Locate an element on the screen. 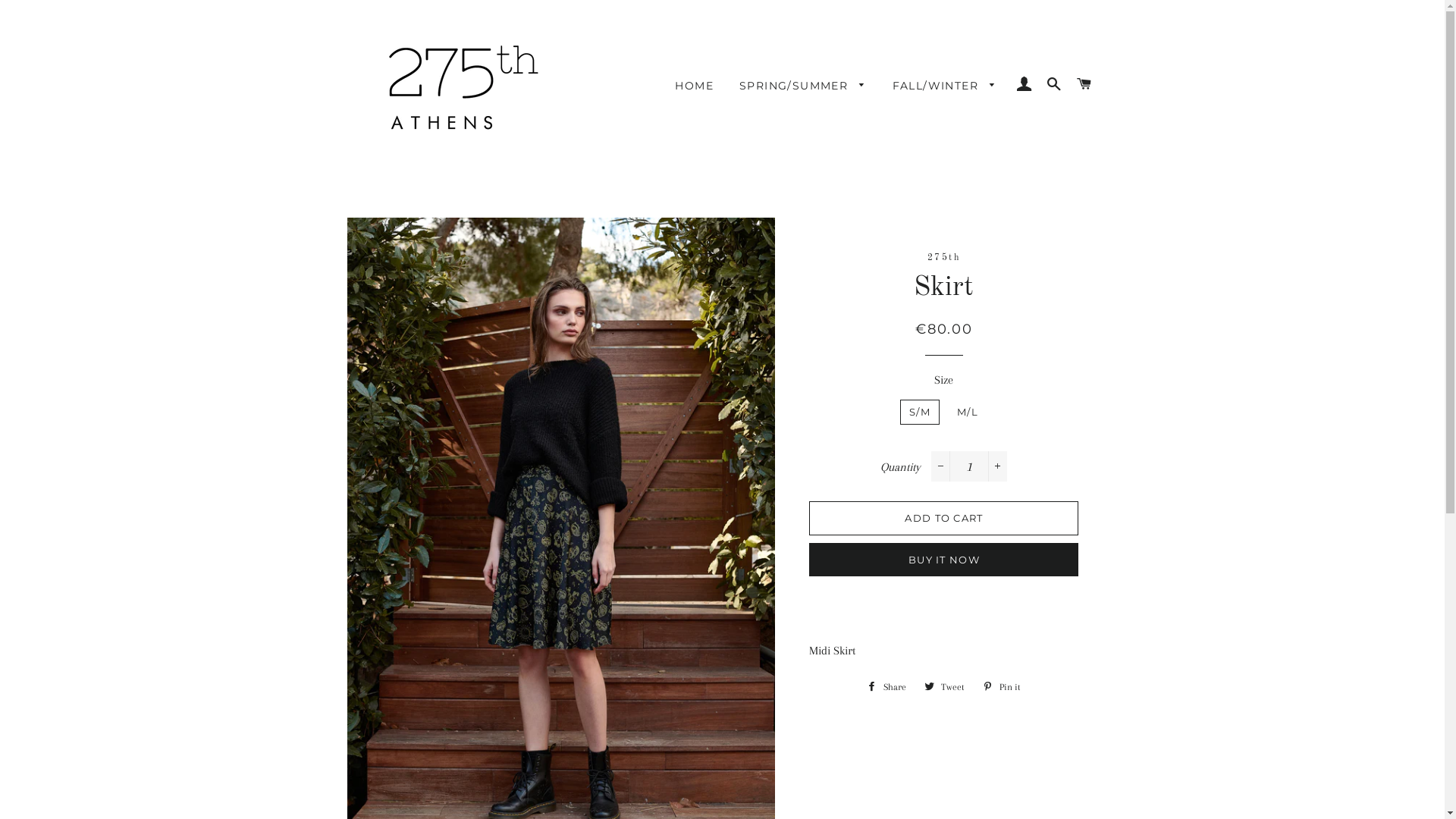 The width and height of the screenshot is (1456, 819). 'LOG IN' is located at coordinates (1024, 84).